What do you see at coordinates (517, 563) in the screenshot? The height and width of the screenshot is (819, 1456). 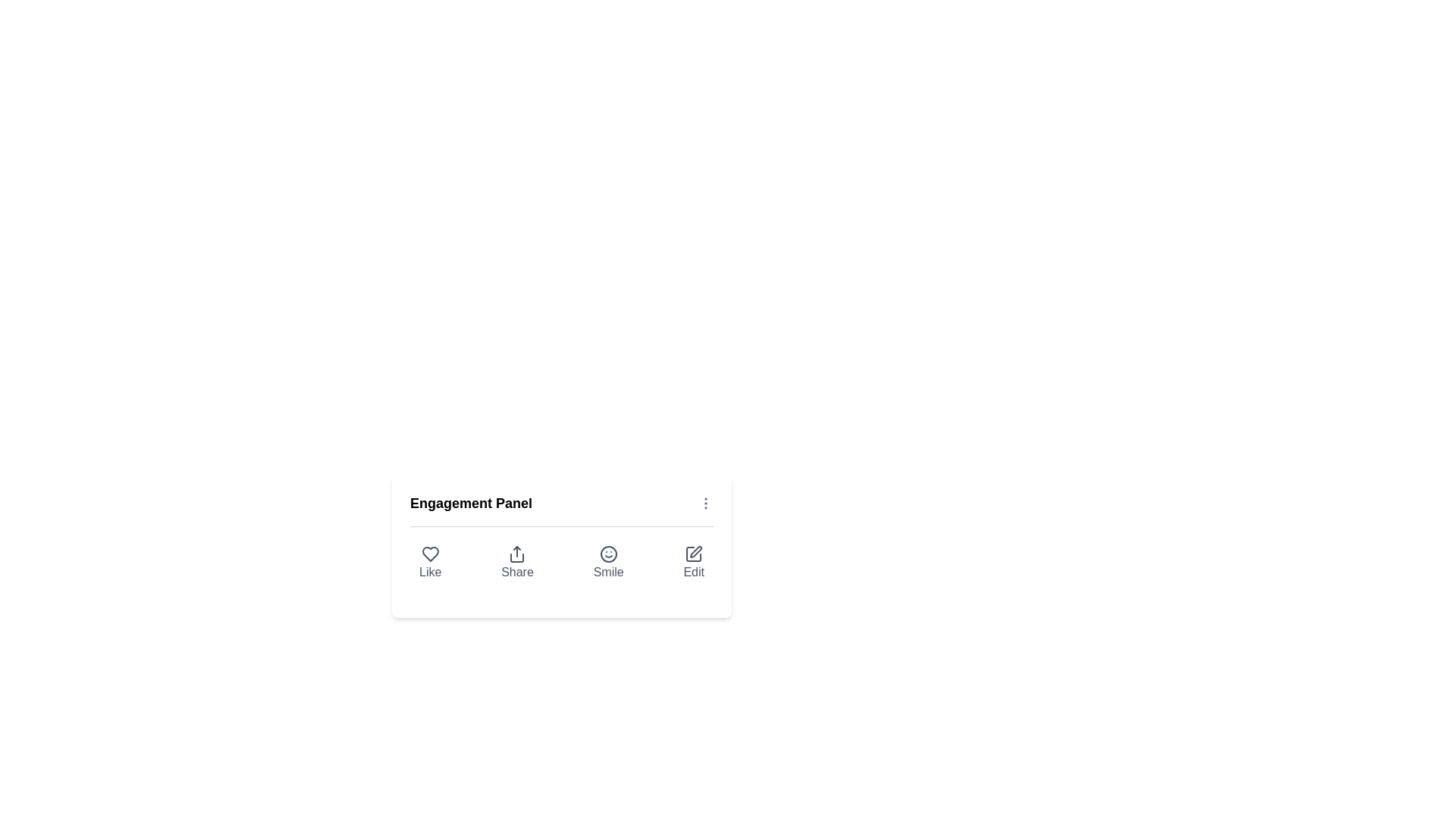 I see `the 'Share' button, which features a vertically stacked minimalist share icon above the centered text, located in the Engagement Panel between the 'Like' and 'Smile' buttons` at bounding box center [517, 563].